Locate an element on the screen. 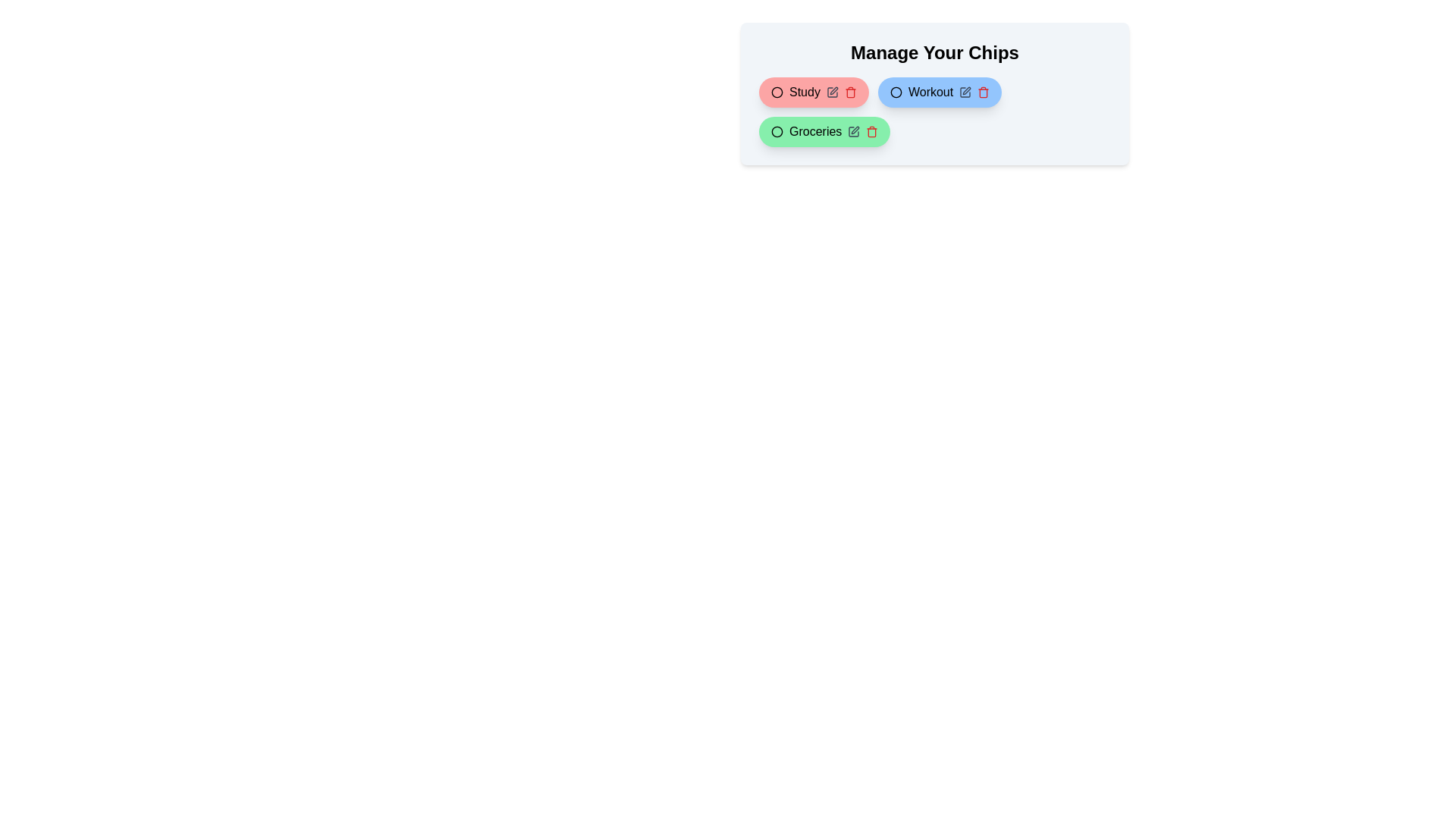 The height and width of the screenshot is (819, 1456). edit button of the chip labeled Groceries to change its color is located at coordinates (854, 130).